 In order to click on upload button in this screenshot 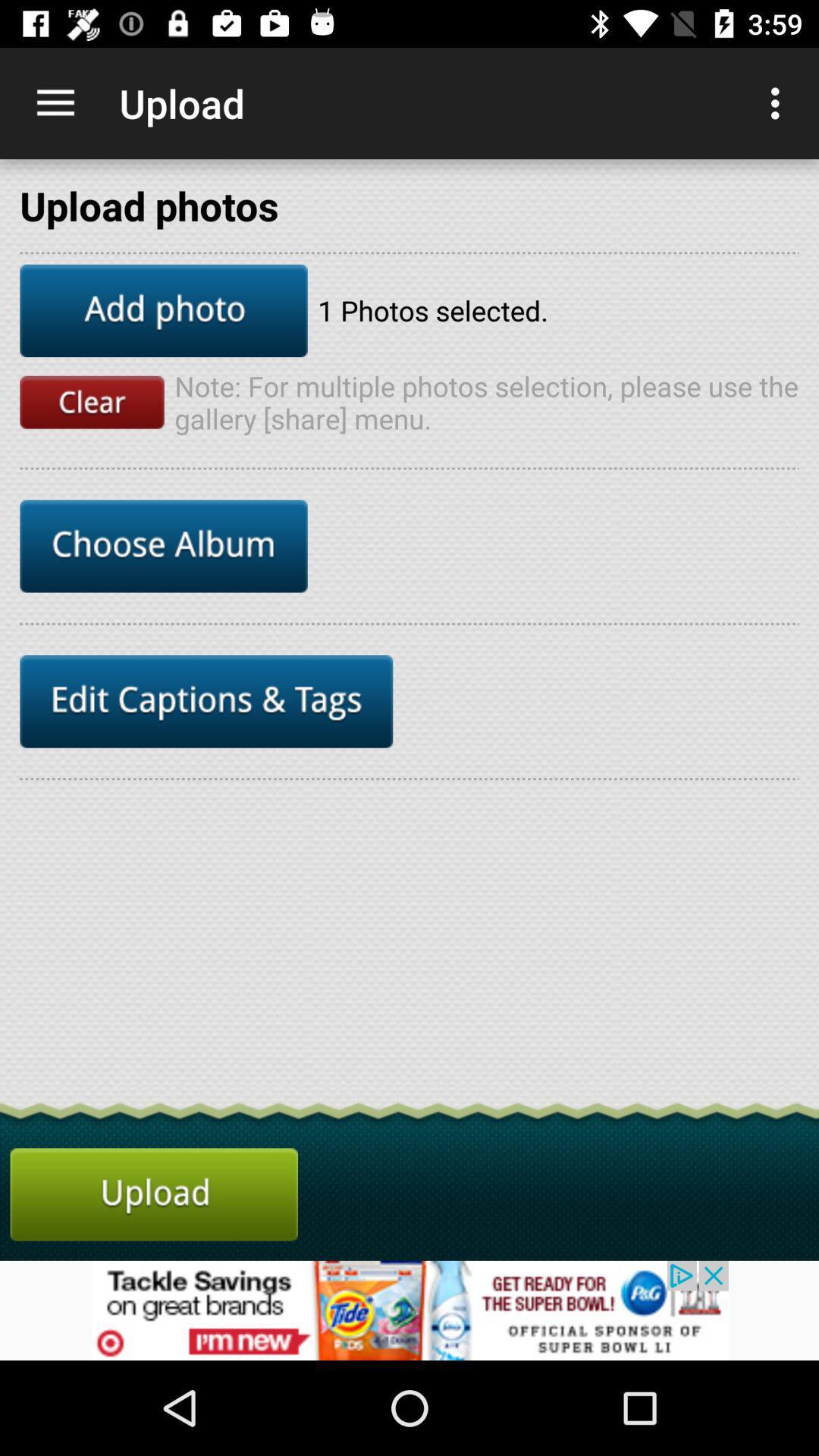, I will do `click(154, 1194)`.